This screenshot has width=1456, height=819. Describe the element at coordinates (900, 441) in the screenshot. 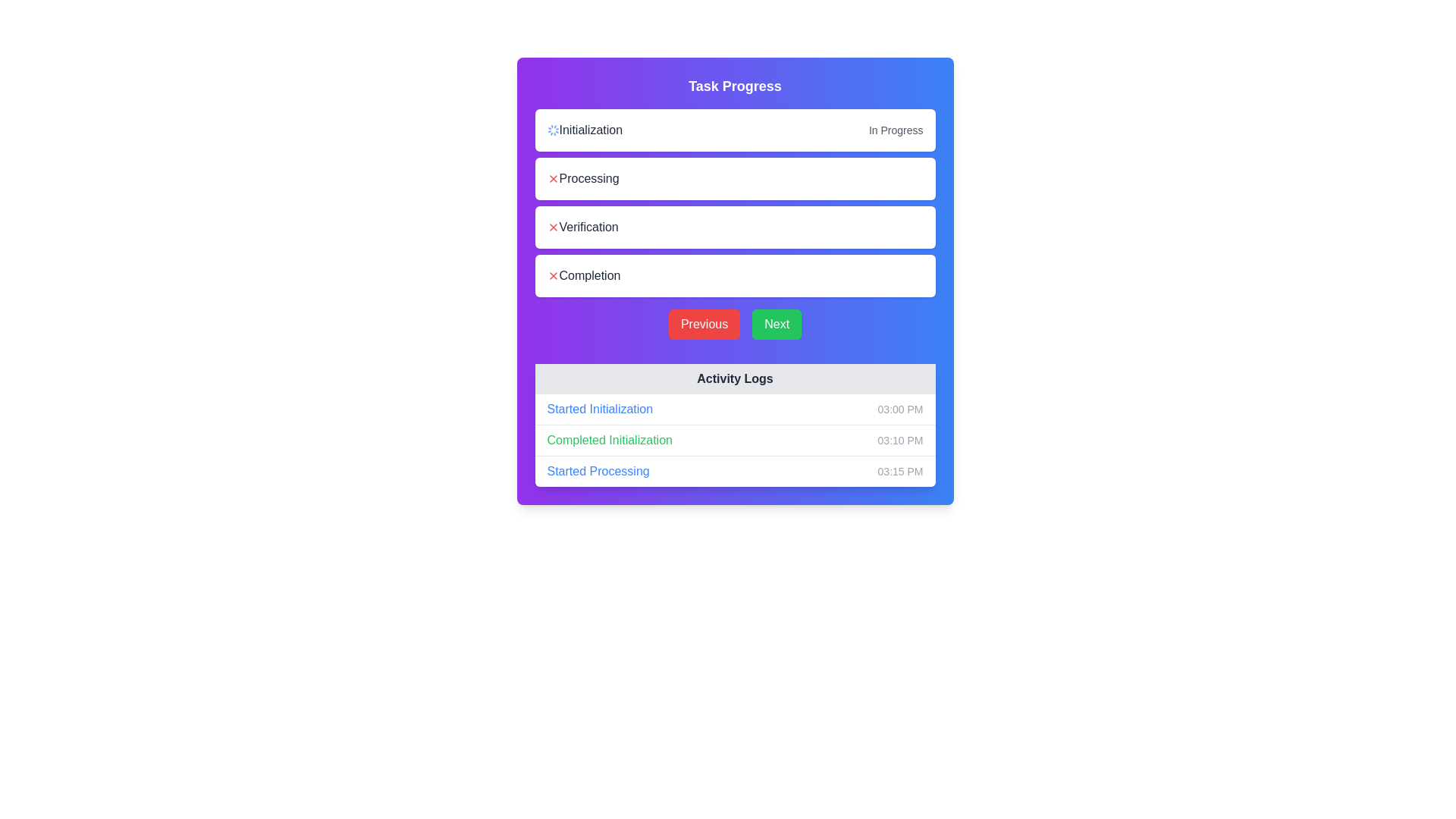

I see `the timestamp text label indicating 'Completed Initialization' located in the 'Activity Logs' section, positioned between '03:00 PM' and '03:15 PM'` at that location.